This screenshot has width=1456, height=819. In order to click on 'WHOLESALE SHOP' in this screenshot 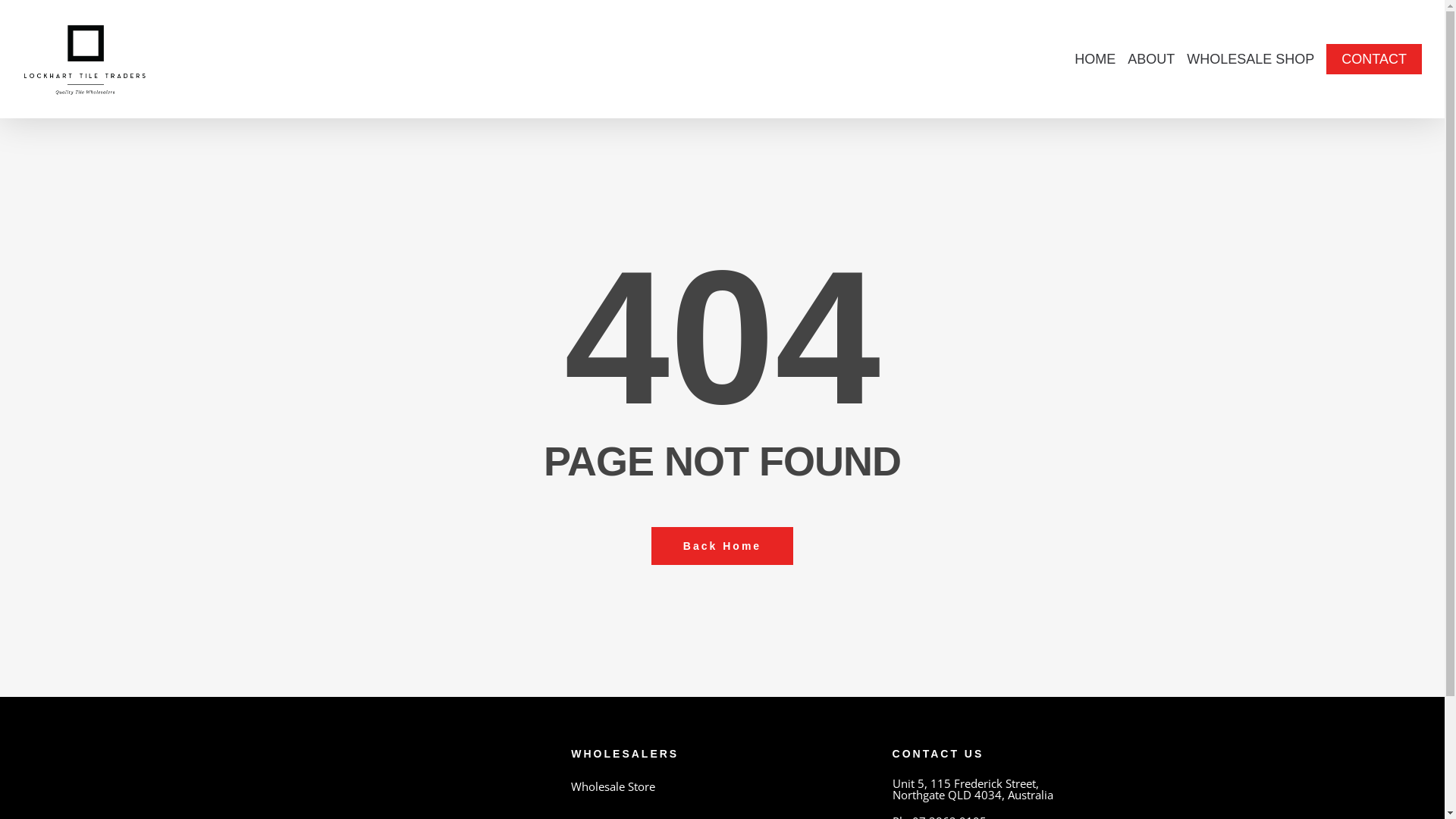, I will do `click(1250, 58)`.